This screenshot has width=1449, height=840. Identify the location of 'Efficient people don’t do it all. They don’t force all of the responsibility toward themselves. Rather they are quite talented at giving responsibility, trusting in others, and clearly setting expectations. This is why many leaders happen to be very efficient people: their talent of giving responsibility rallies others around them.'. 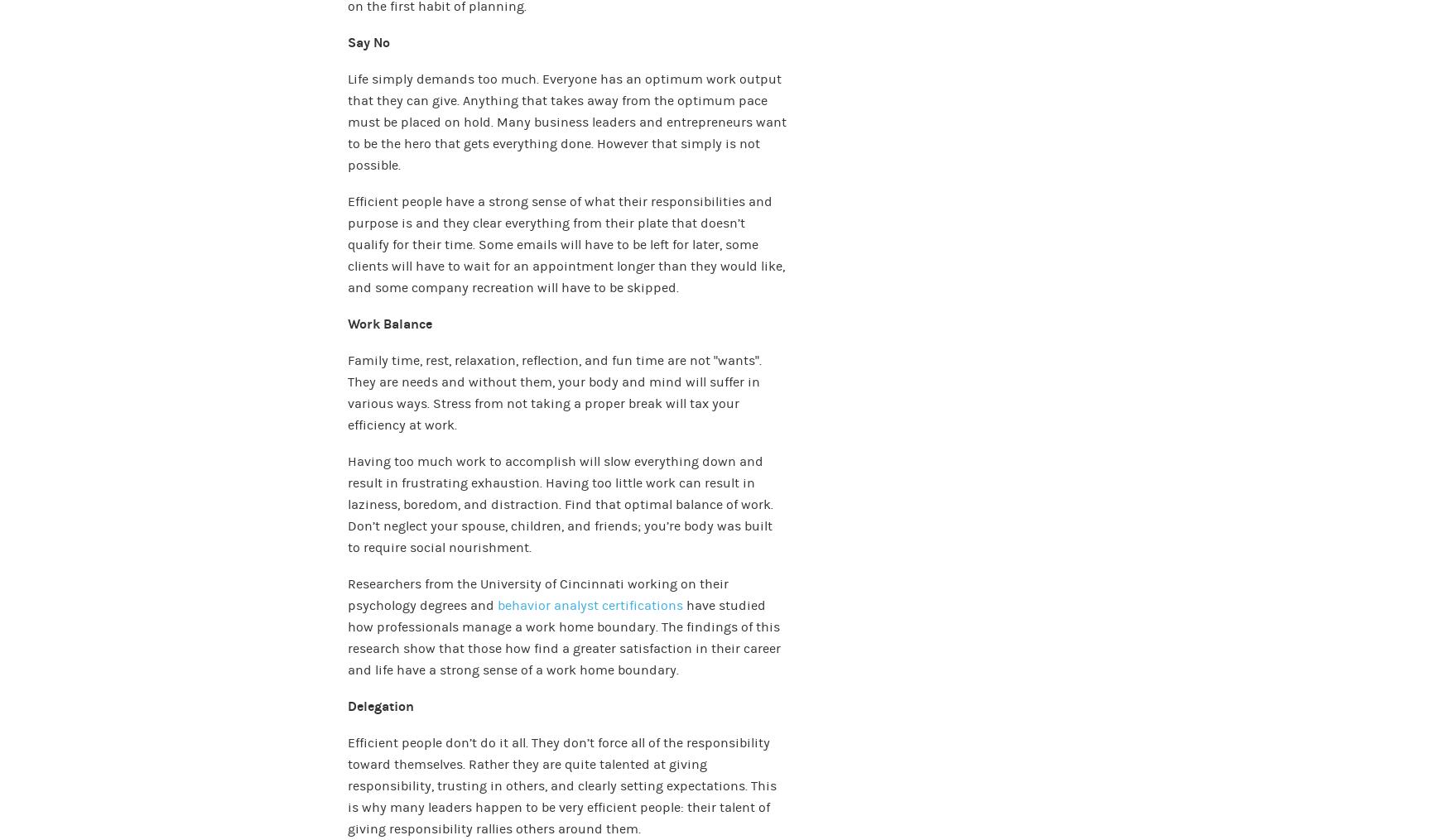
(561, 785).